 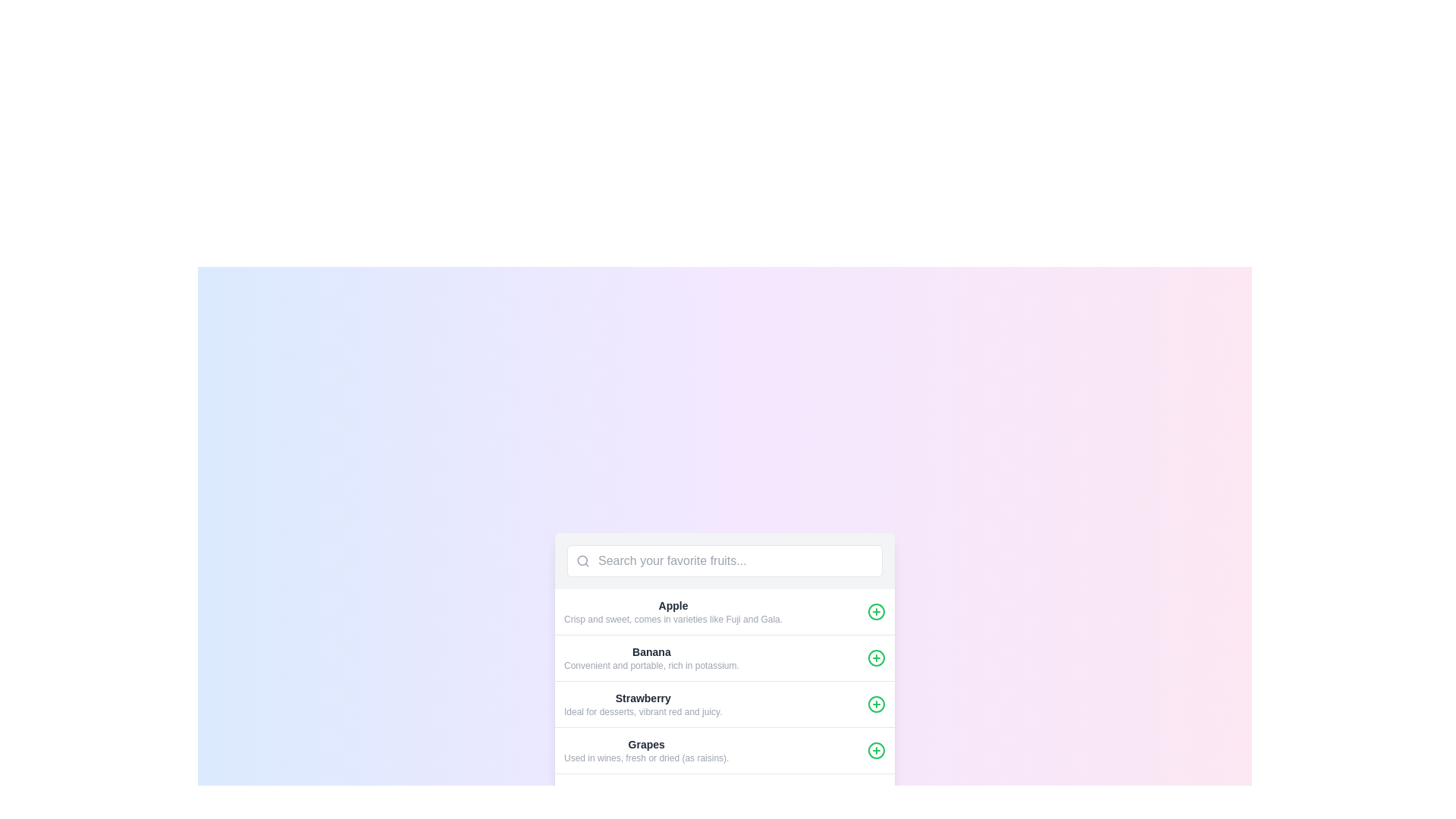 What do you see at coordinates (877, 751) in the screenshot?
I see `the button located in the far right section of the 'Grapes' row` at bounding box center [877, 751].